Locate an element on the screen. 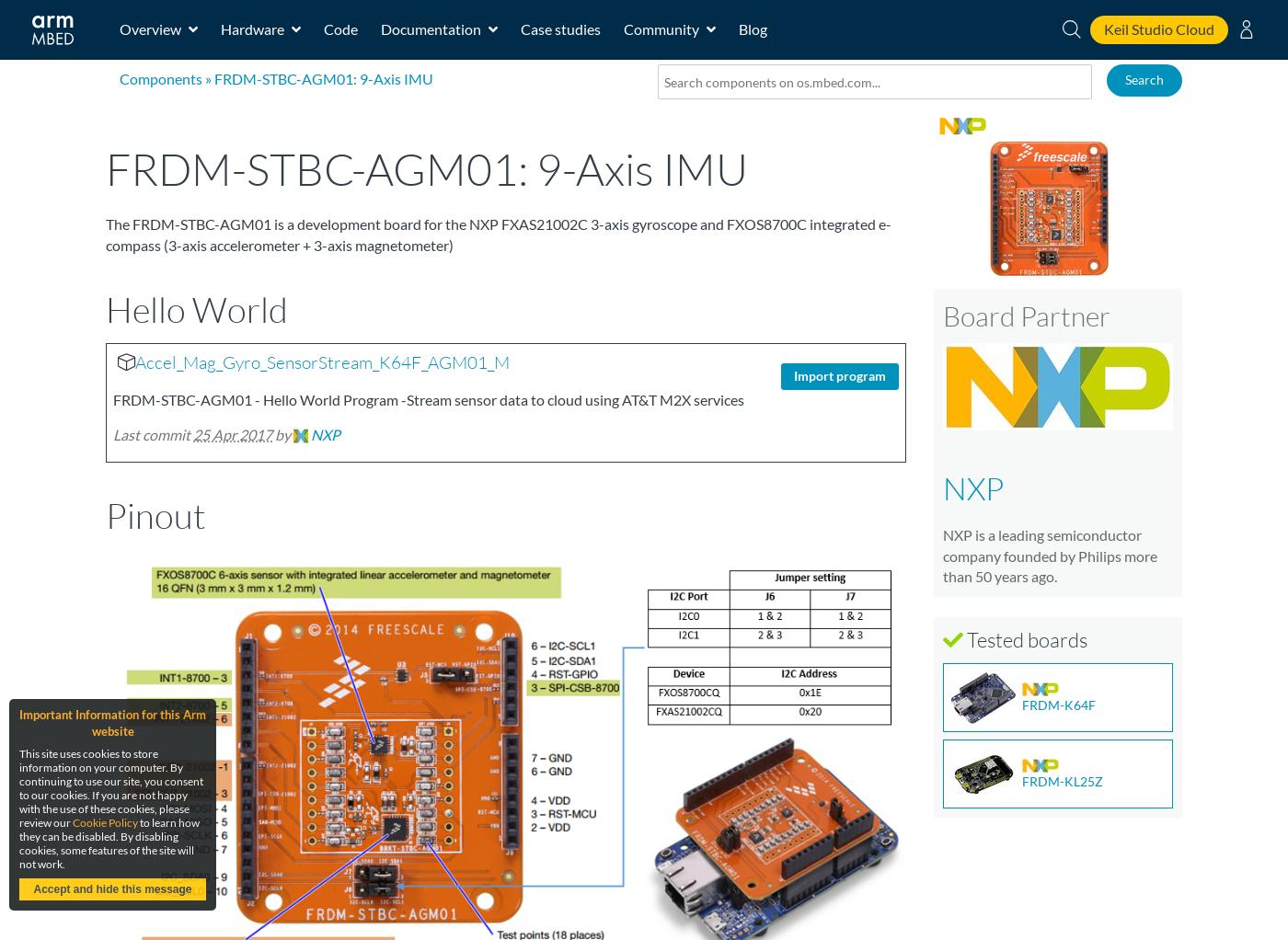  'Keil Studio Cloud' is located at coordinates (1159, 28).